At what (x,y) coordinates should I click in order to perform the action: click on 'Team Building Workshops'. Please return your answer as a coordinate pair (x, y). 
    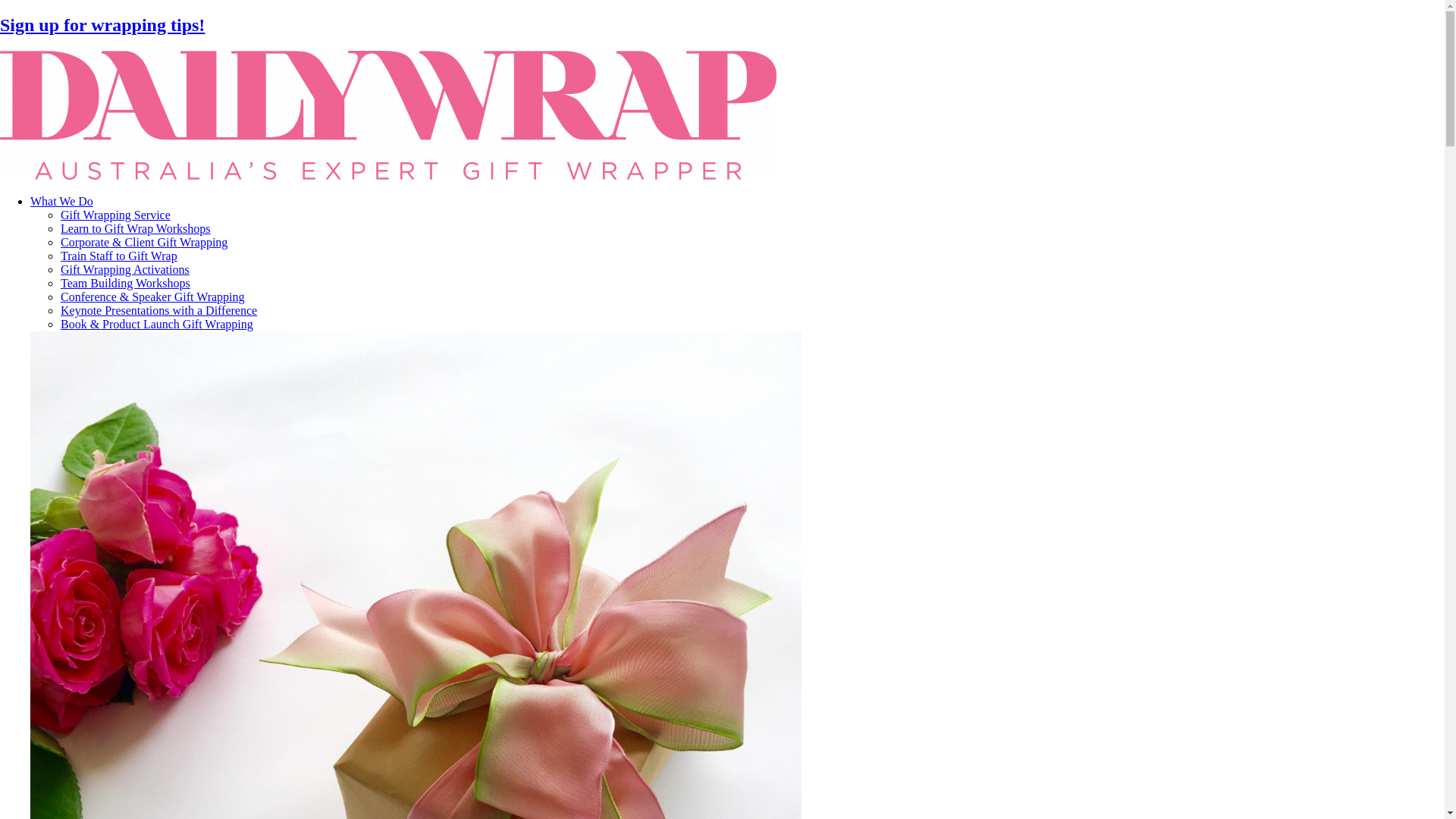
    Looking at the image, I should click on (125, 283).